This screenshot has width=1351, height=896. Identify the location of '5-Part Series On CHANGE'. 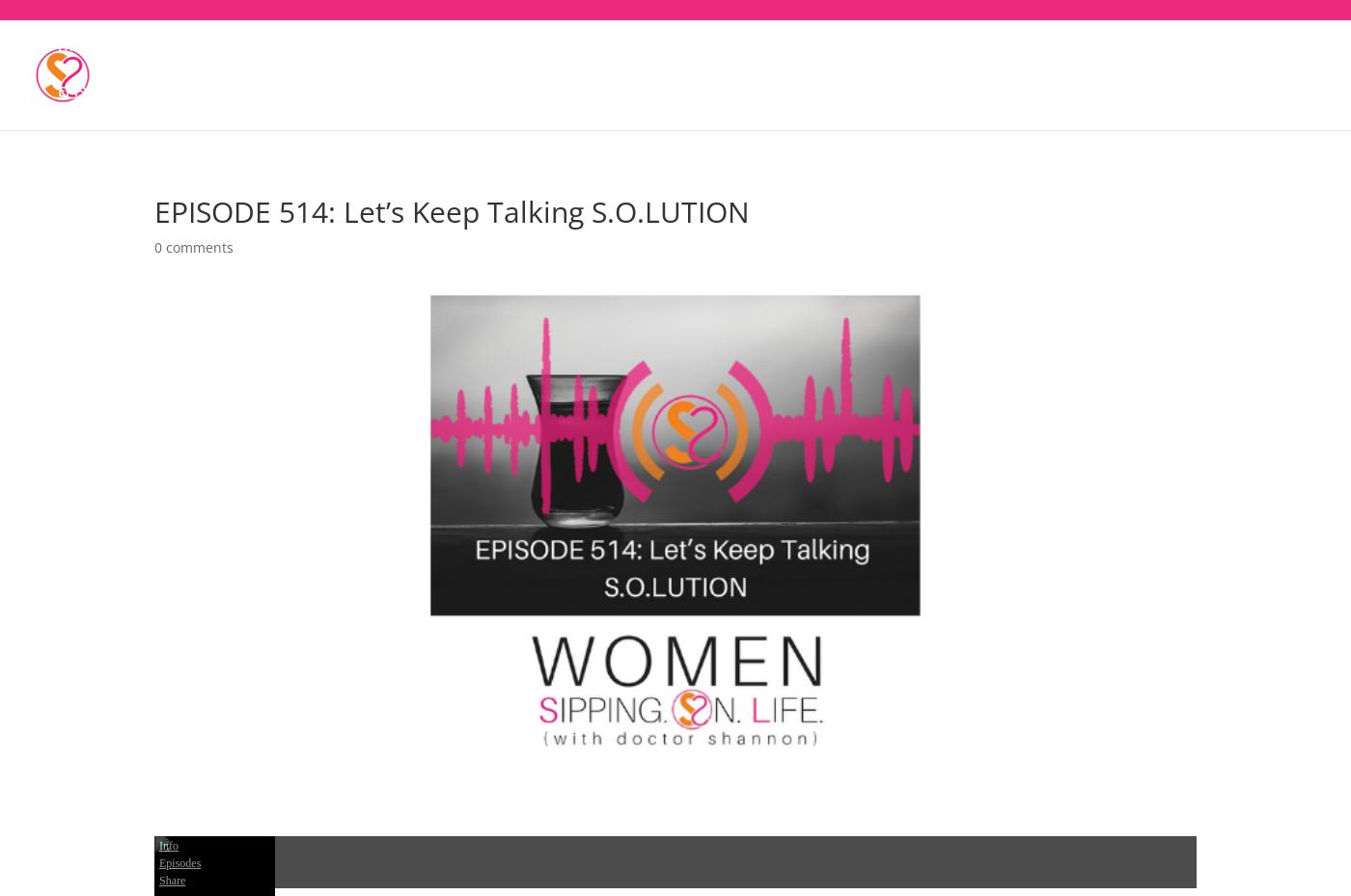
(712, 57).